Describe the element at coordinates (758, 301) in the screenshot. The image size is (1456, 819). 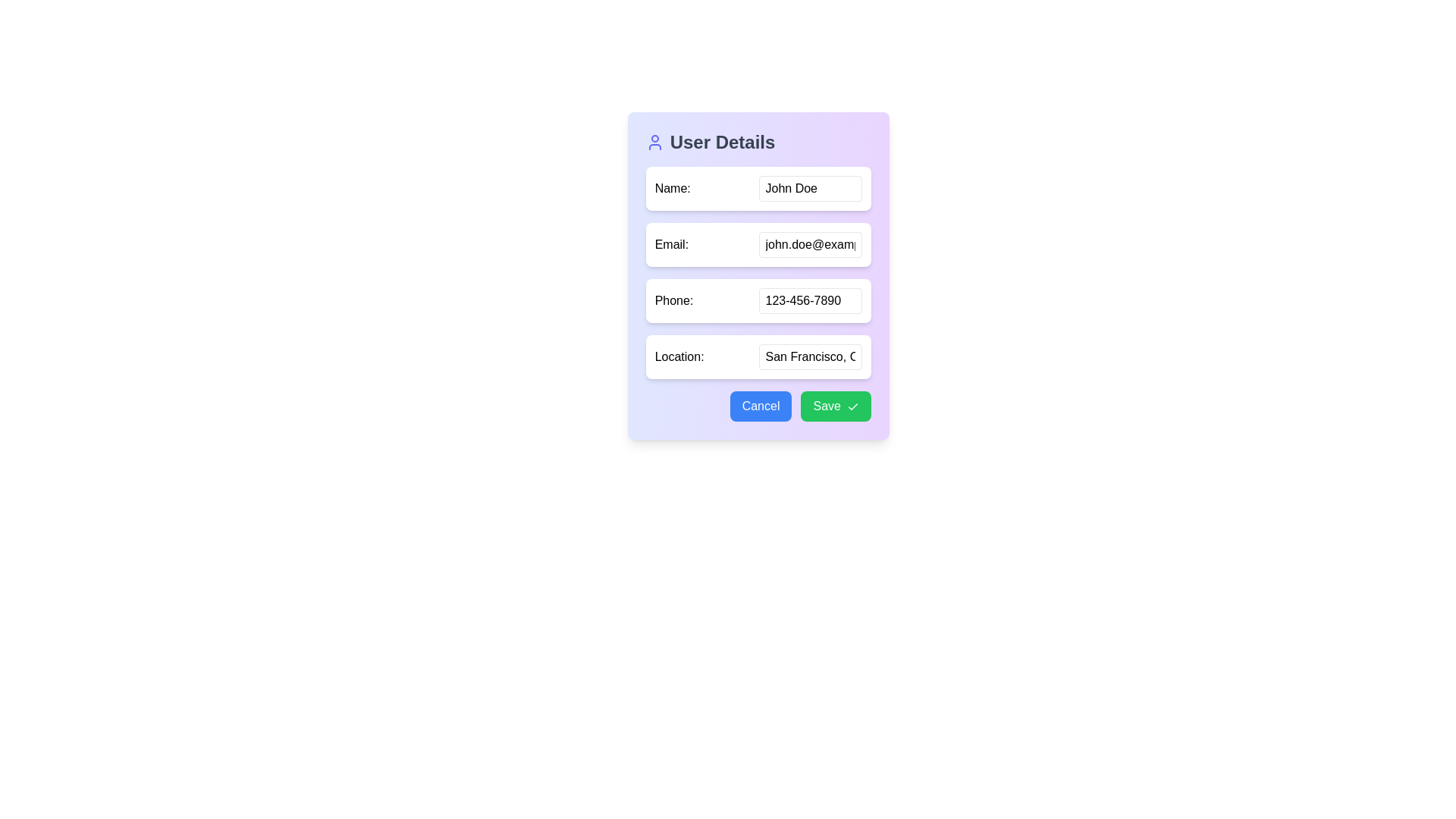
I see `the text input field labeled 'Phone:' to focus it` at that location.